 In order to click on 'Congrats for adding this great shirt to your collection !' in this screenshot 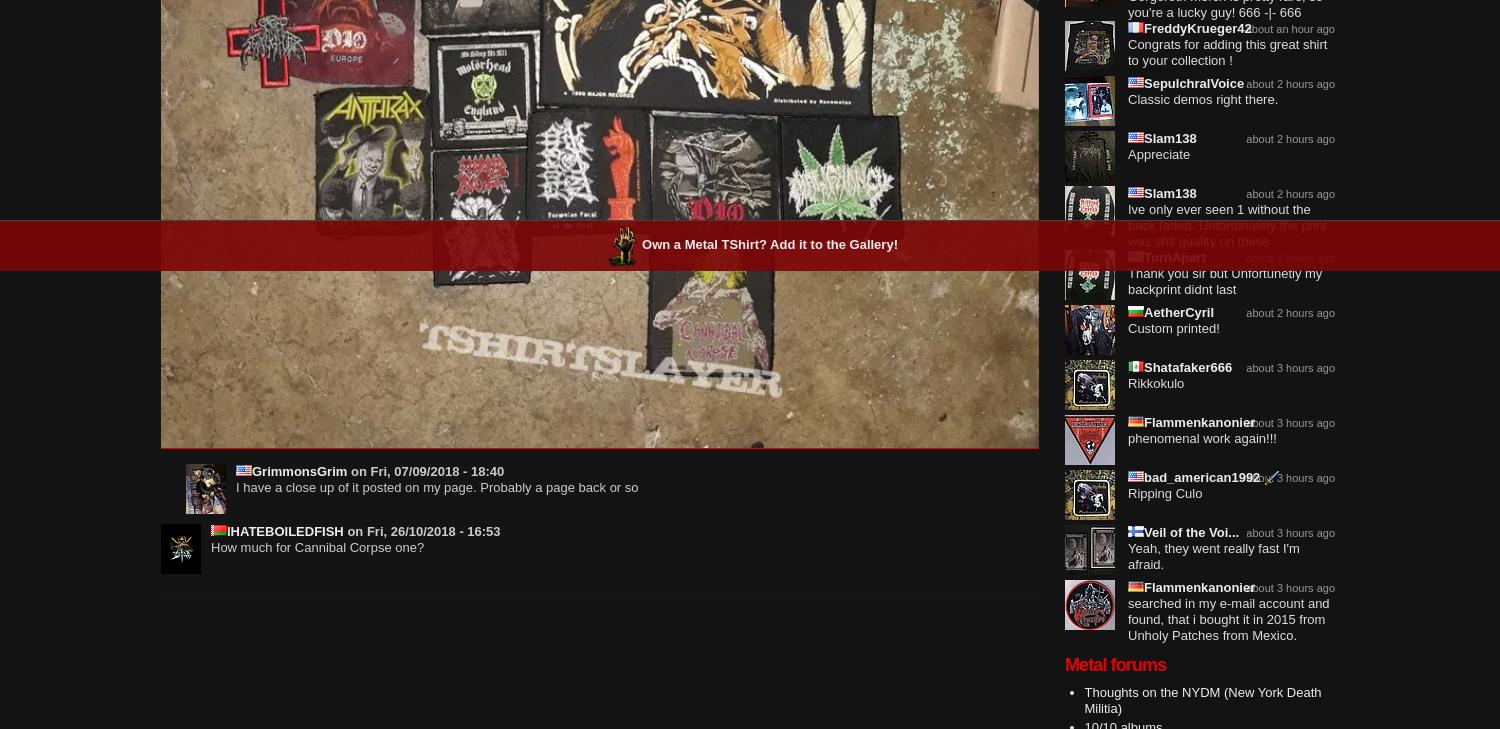, I will do `click(1226, 50)`.